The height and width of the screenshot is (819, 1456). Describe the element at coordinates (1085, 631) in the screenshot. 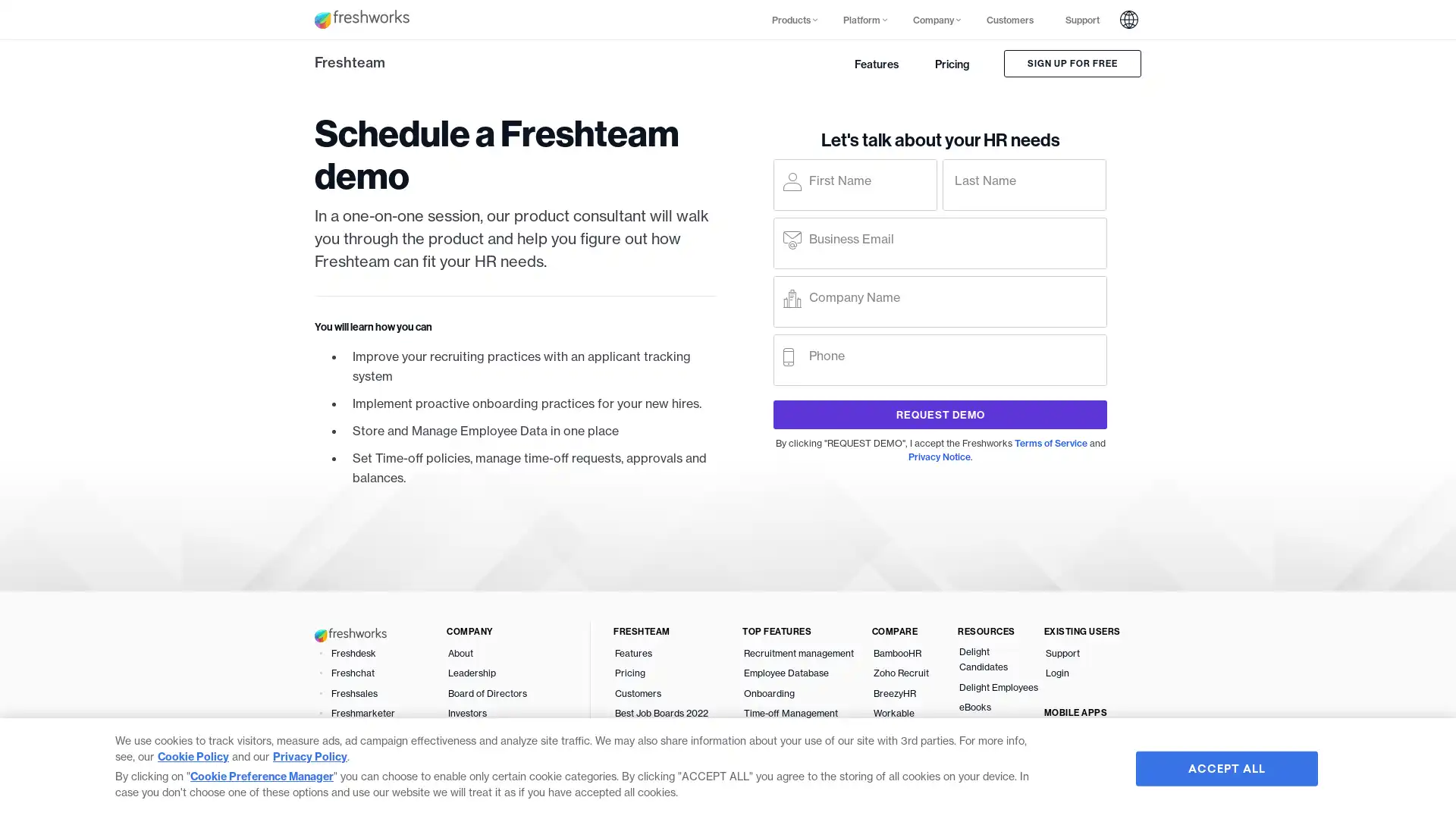

I see `EXISTING USERS` at that location.